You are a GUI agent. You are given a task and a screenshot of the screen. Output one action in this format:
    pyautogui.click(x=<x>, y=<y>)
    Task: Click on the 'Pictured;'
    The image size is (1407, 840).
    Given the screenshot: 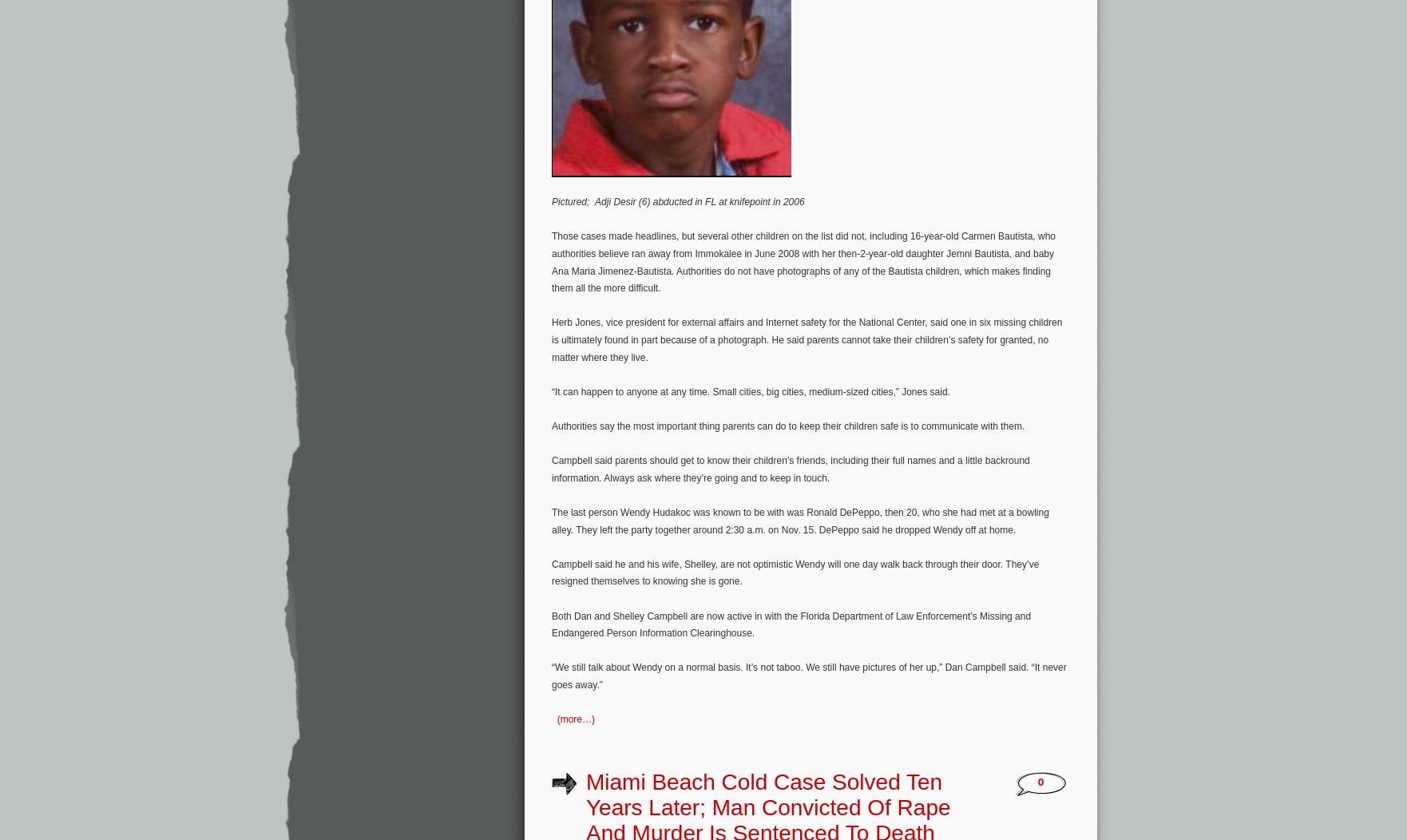 What is the action you would take?
    pyautogui.click(x=569, y=201)
    